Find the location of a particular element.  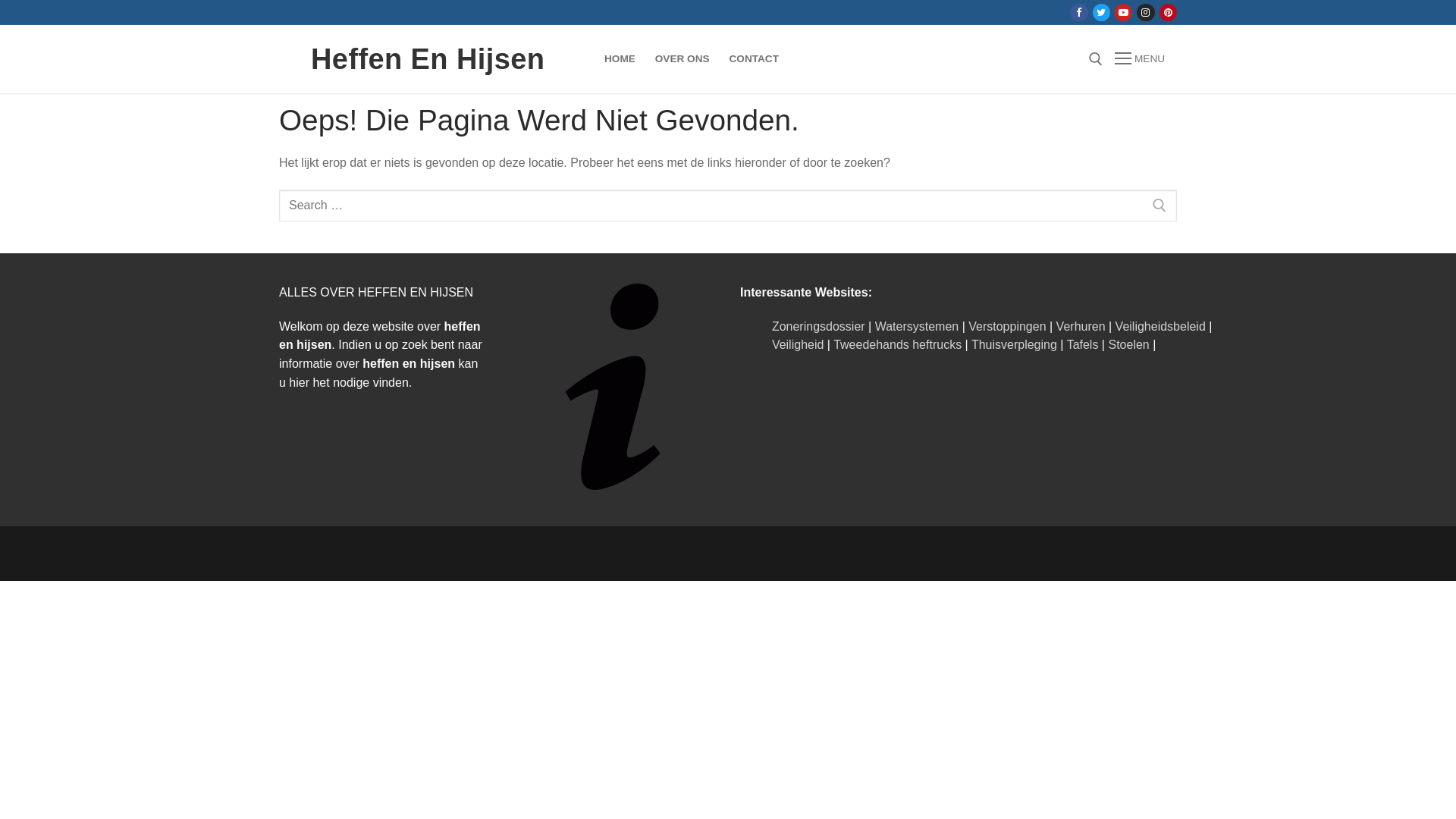

'Spring naar de inhoud' is located at coordinates (0, 0).